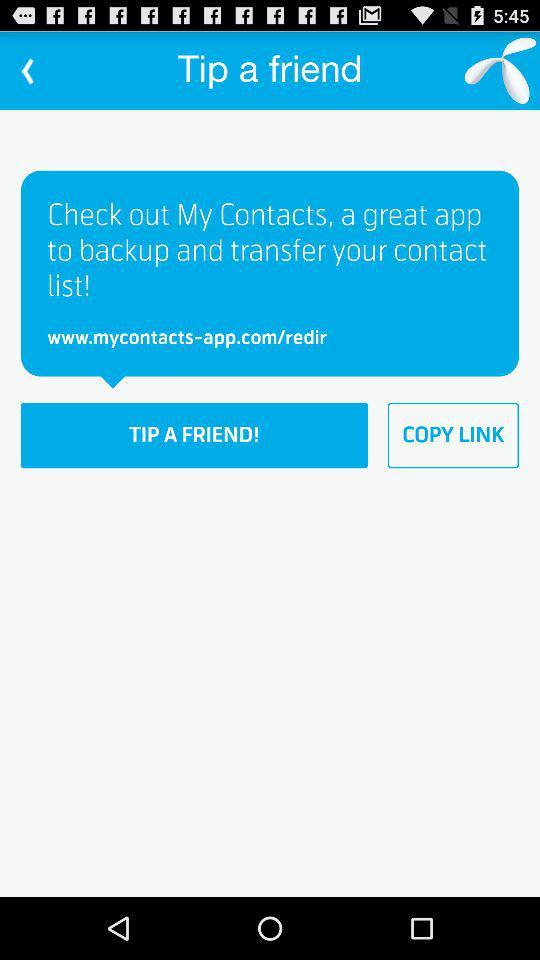  What do you see at coordinates (453, 435) in the screenshot?
I see `item next to tip a friend! icon` at bounding box center [453, 435].